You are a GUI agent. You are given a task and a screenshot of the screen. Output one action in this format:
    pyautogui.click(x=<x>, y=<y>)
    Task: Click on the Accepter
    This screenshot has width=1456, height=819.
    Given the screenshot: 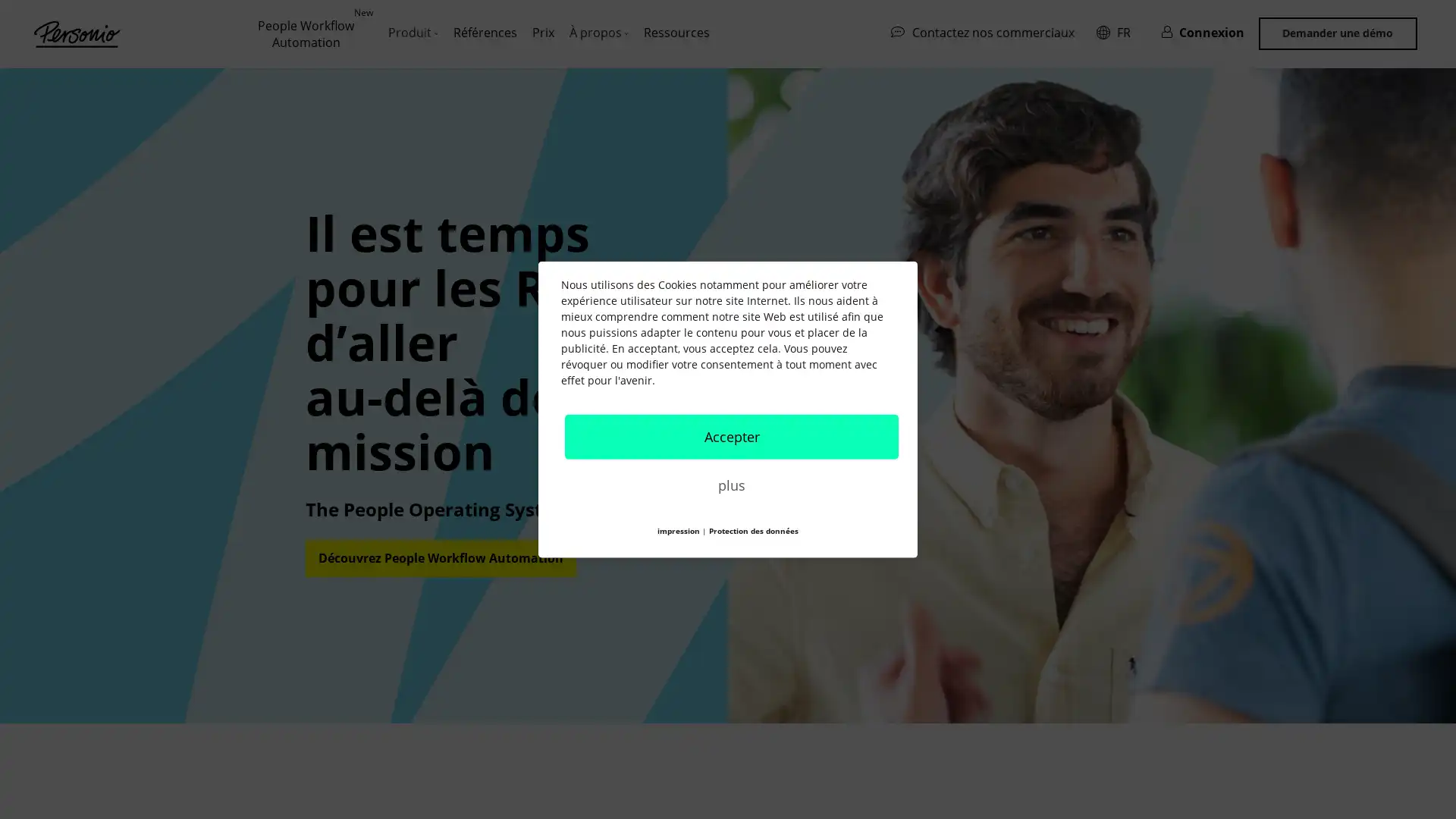 What is the action you would take?
    pyautogui.click(x=731, y=436)
    